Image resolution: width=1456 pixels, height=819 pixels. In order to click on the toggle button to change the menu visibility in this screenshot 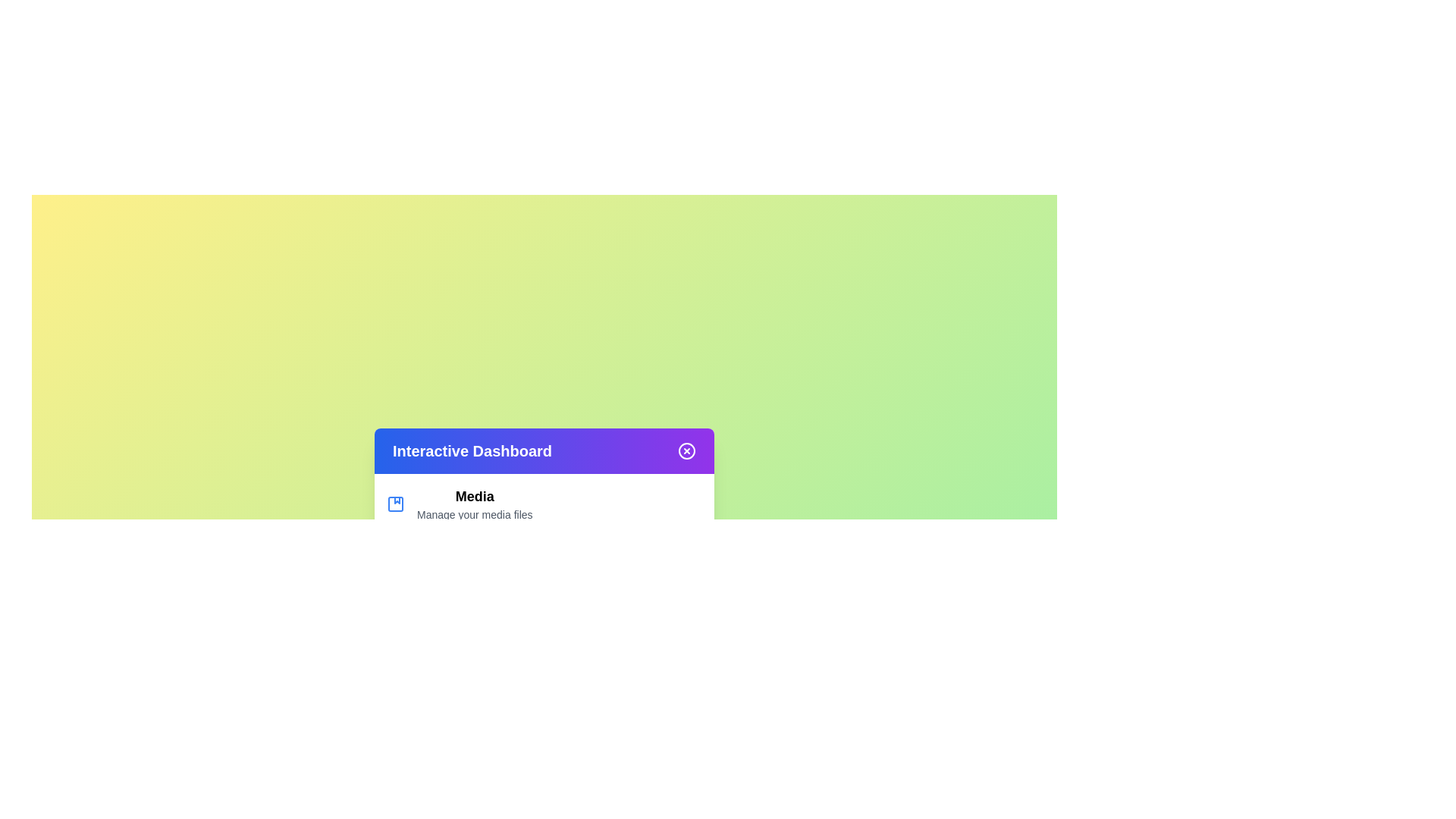, I will do `click(686, 450)`.